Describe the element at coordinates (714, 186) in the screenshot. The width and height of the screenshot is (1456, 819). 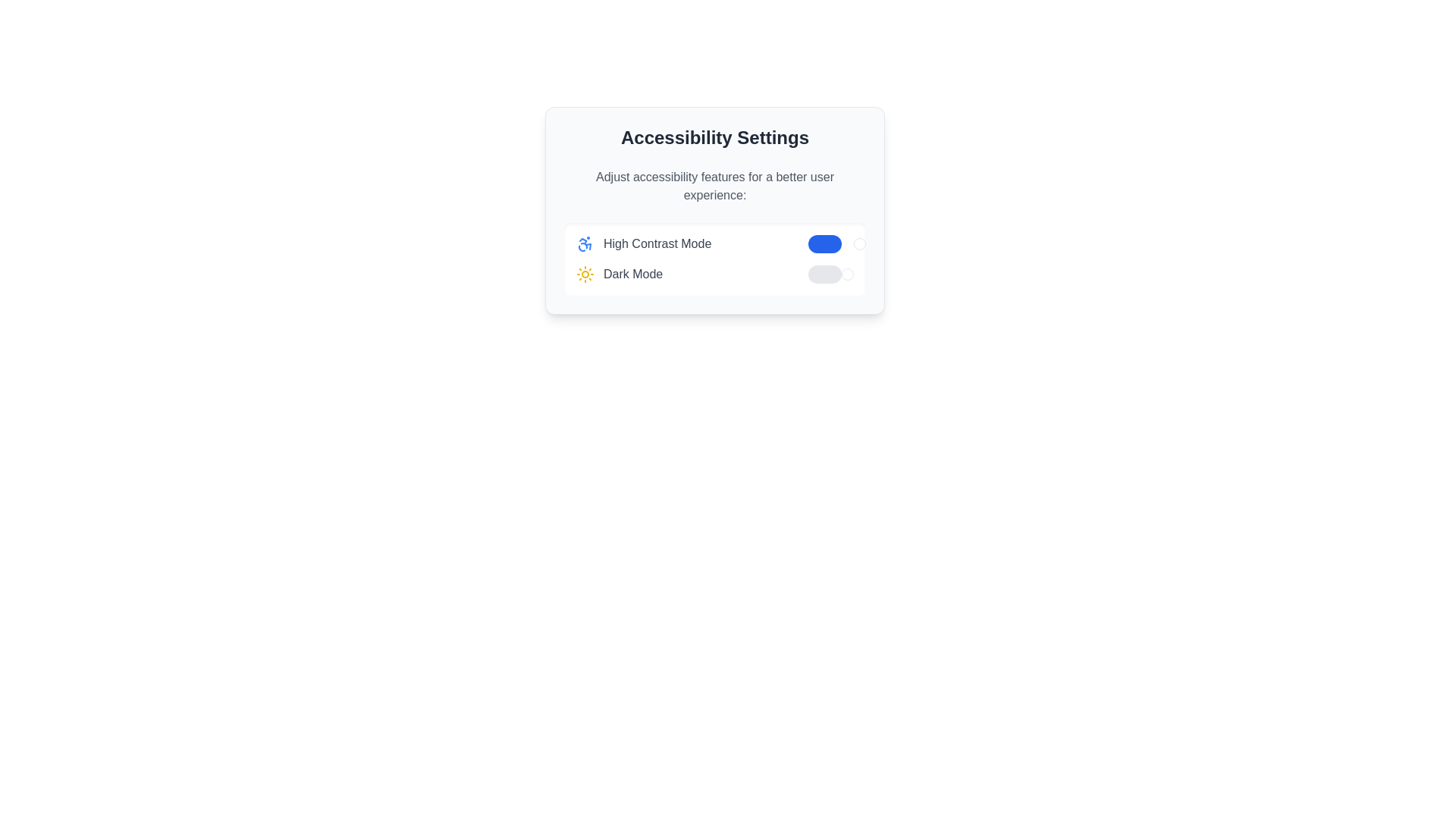
I see `the informational text that reads 'Adjust accessibility features for a better user experience:' within the accessibility settings panel` at that location.